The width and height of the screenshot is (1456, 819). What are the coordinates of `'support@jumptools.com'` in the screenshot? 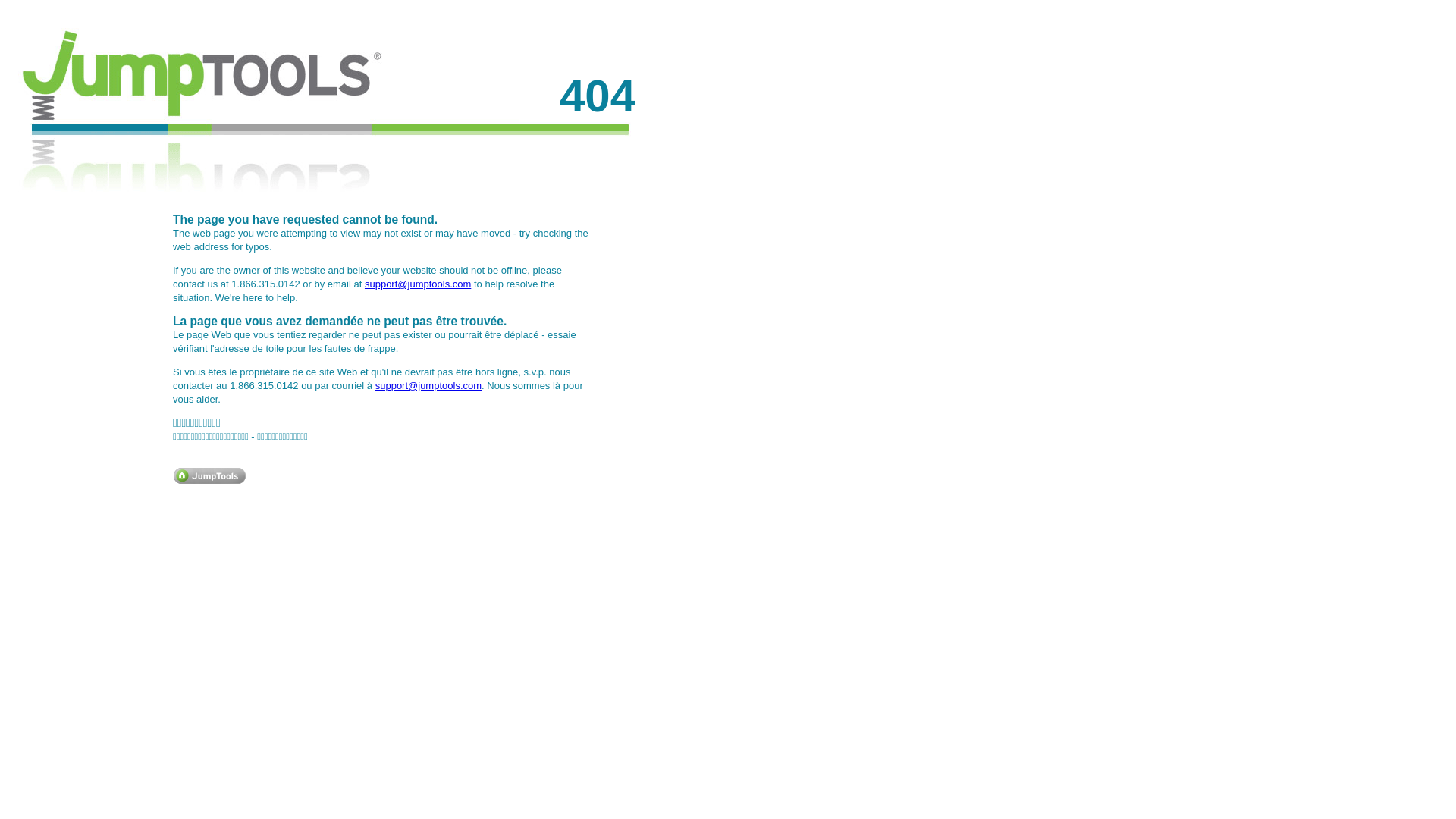 It's located at (428, 384).